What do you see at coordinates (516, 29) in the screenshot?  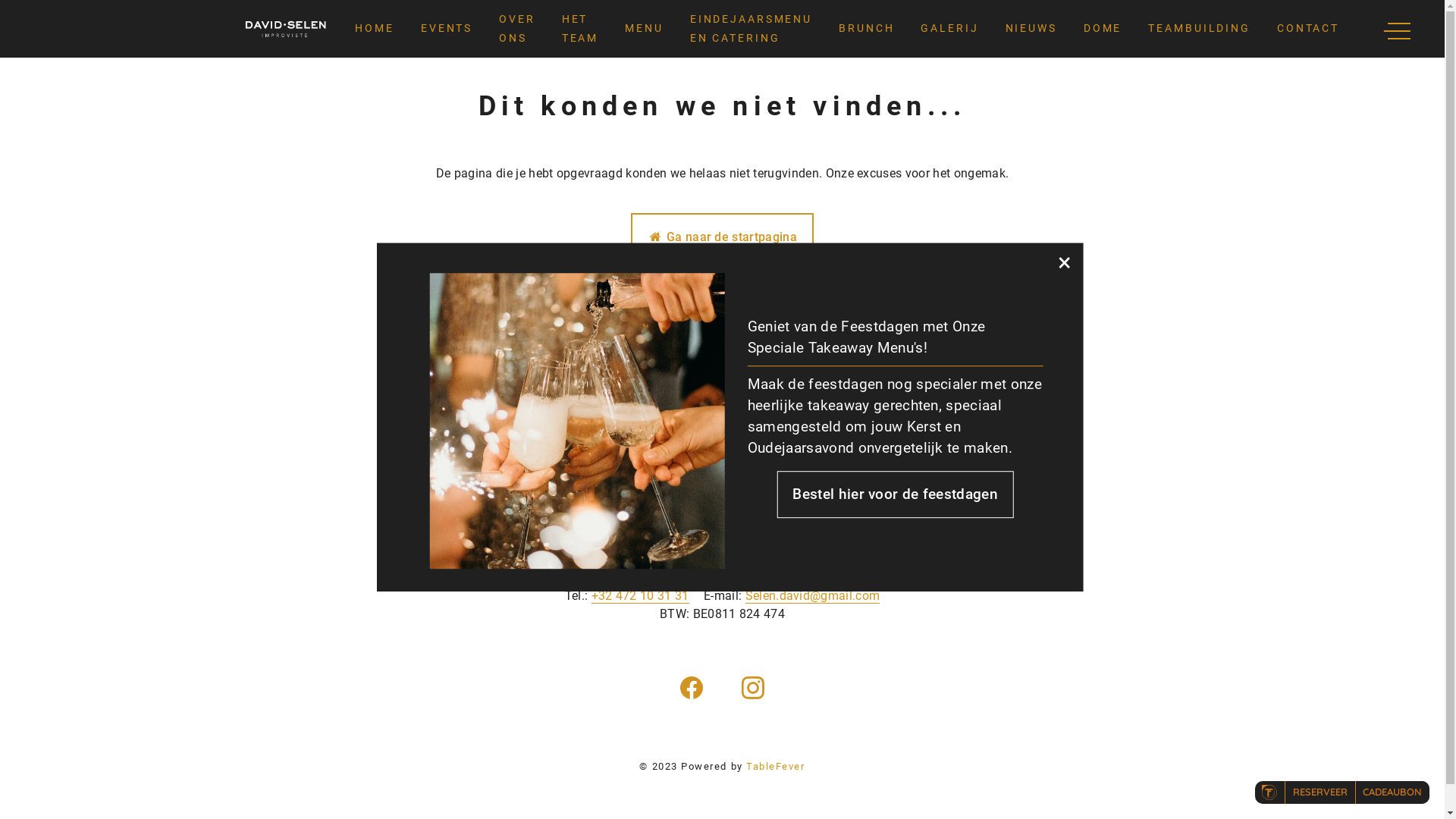 I see `'OVER ONS'` at bounding box center [516, 29].